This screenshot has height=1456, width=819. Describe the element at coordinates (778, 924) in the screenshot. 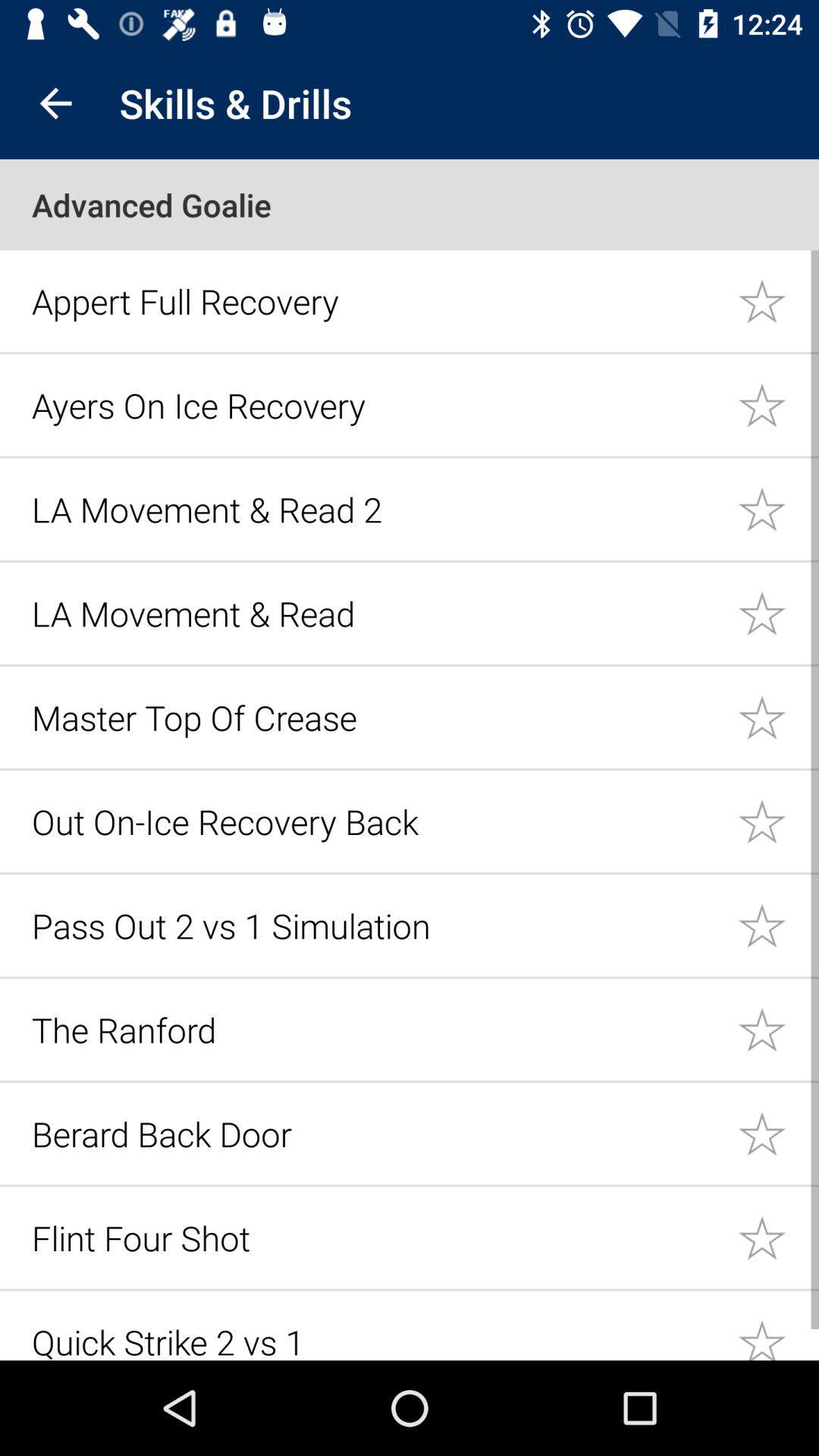

I see `the skill` at that location.